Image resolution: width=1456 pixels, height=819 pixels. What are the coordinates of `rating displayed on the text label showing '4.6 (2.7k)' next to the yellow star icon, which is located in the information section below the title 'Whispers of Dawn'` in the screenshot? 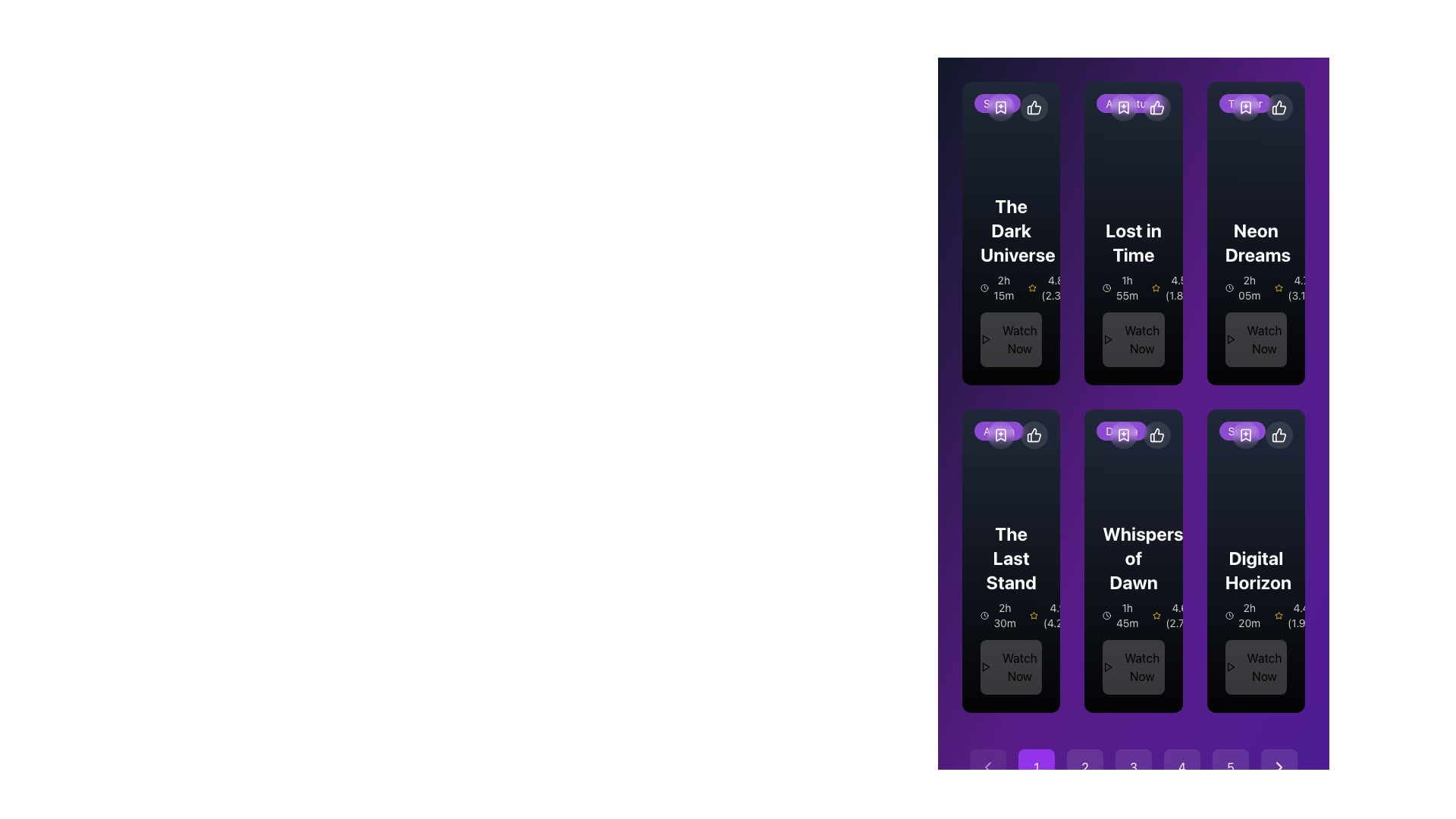 It's located at (1173, 616).